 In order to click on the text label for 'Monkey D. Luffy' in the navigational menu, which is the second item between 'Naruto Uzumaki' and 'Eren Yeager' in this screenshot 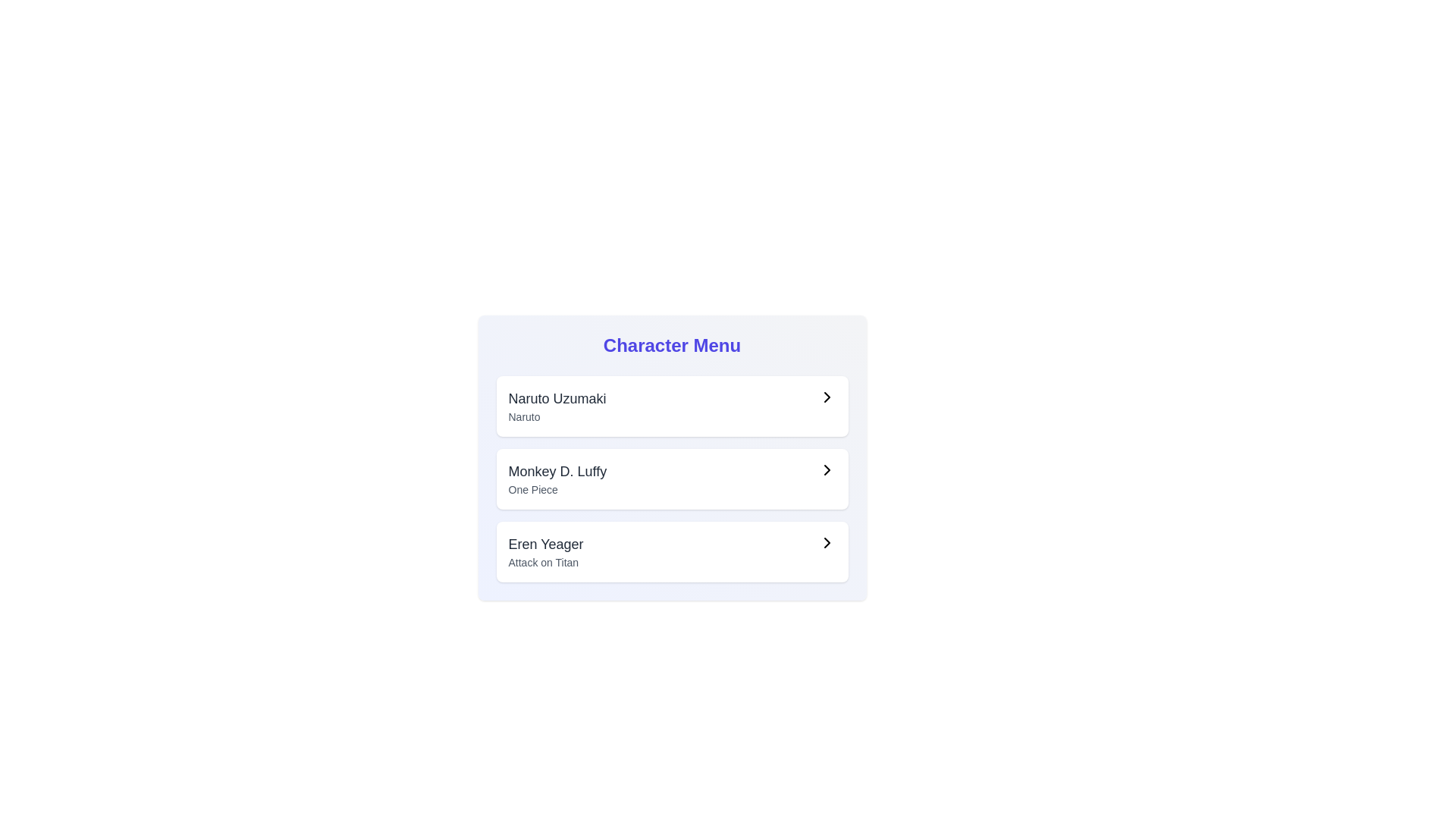, I will do `click(557, 479)`.